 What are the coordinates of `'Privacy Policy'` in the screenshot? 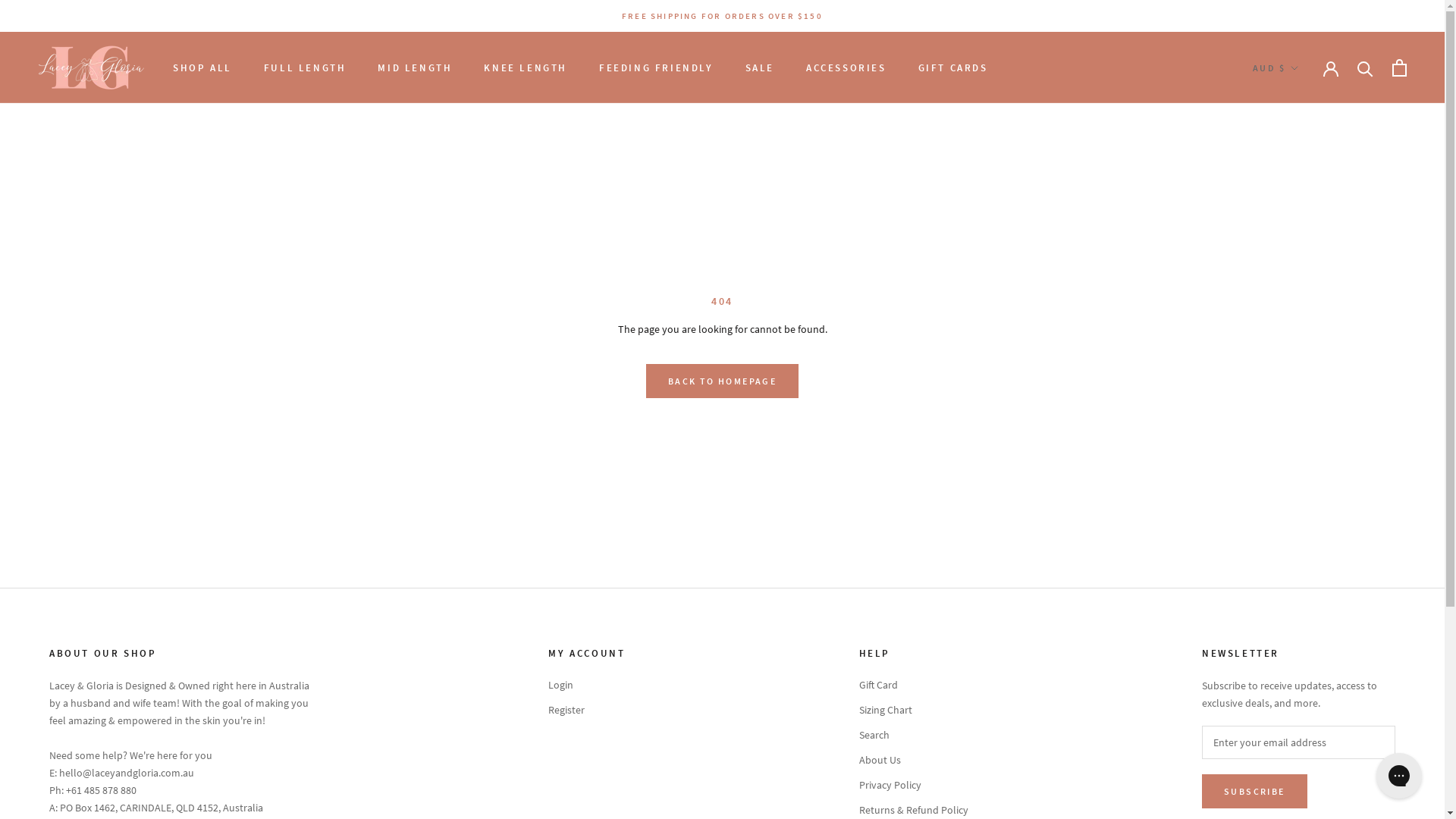 It's located at (912, 785).